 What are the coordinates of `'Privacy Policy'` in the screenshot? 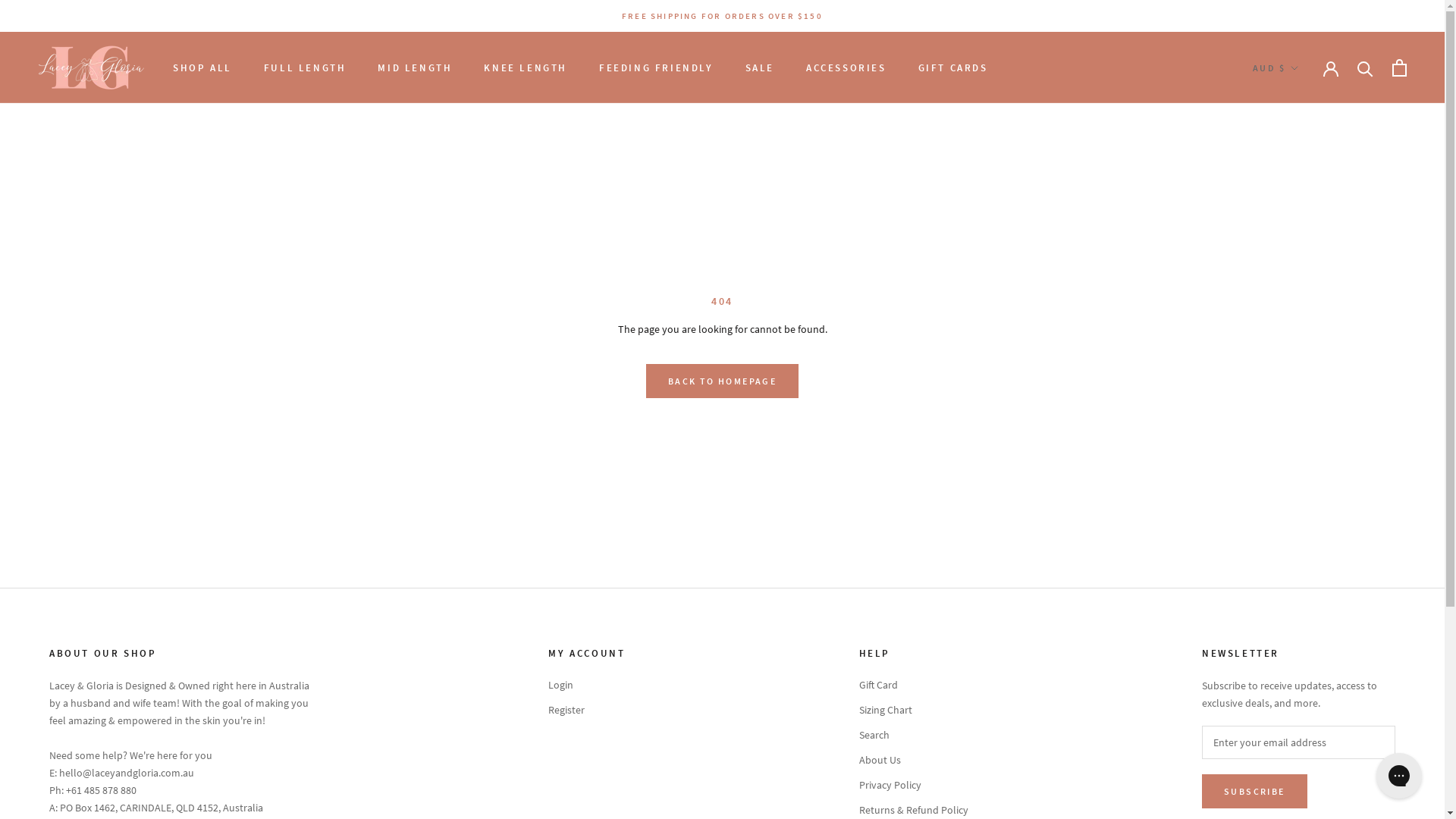 It's located at (912, 785).